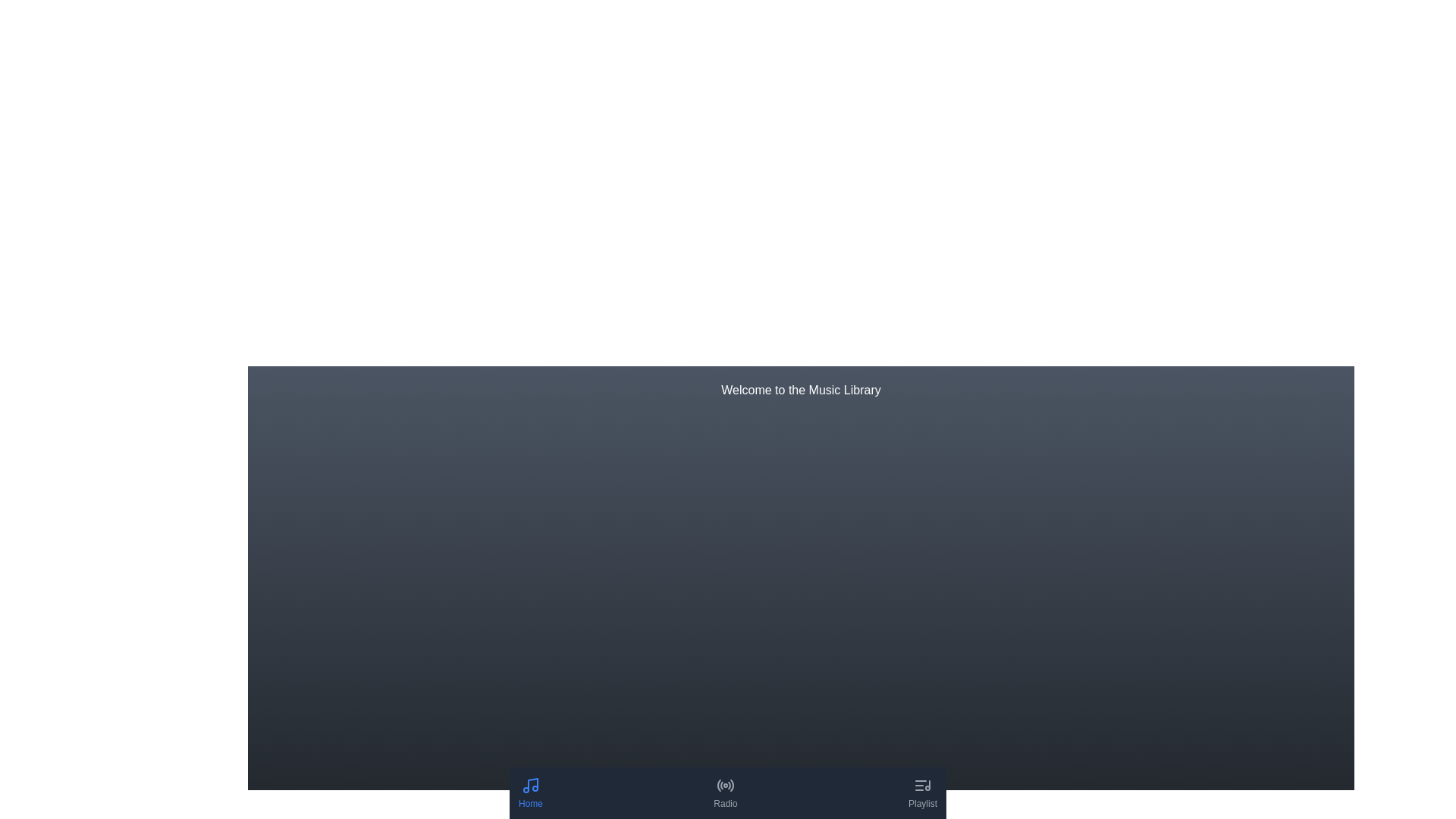 This screenshot has height=819, width=1456. I want to click on the centered text label reading 'Welcome to the Music Library' displayed on a dark blue background, so click(800, 390).